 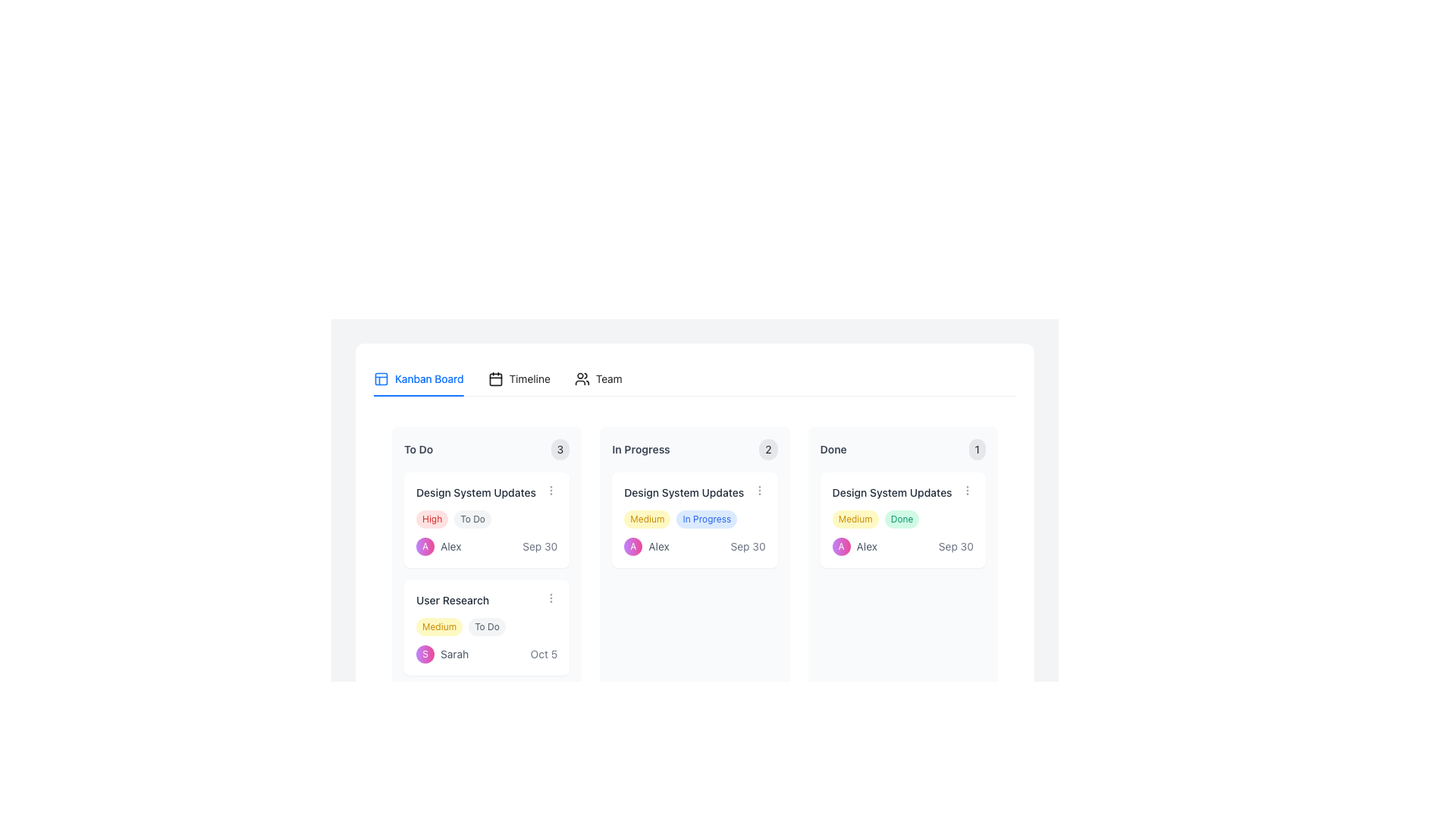 I want to click on the Task card titled 'Design System Updates' located in the 'In Progress' column of the Kanban board, so click(x=694, y=563).